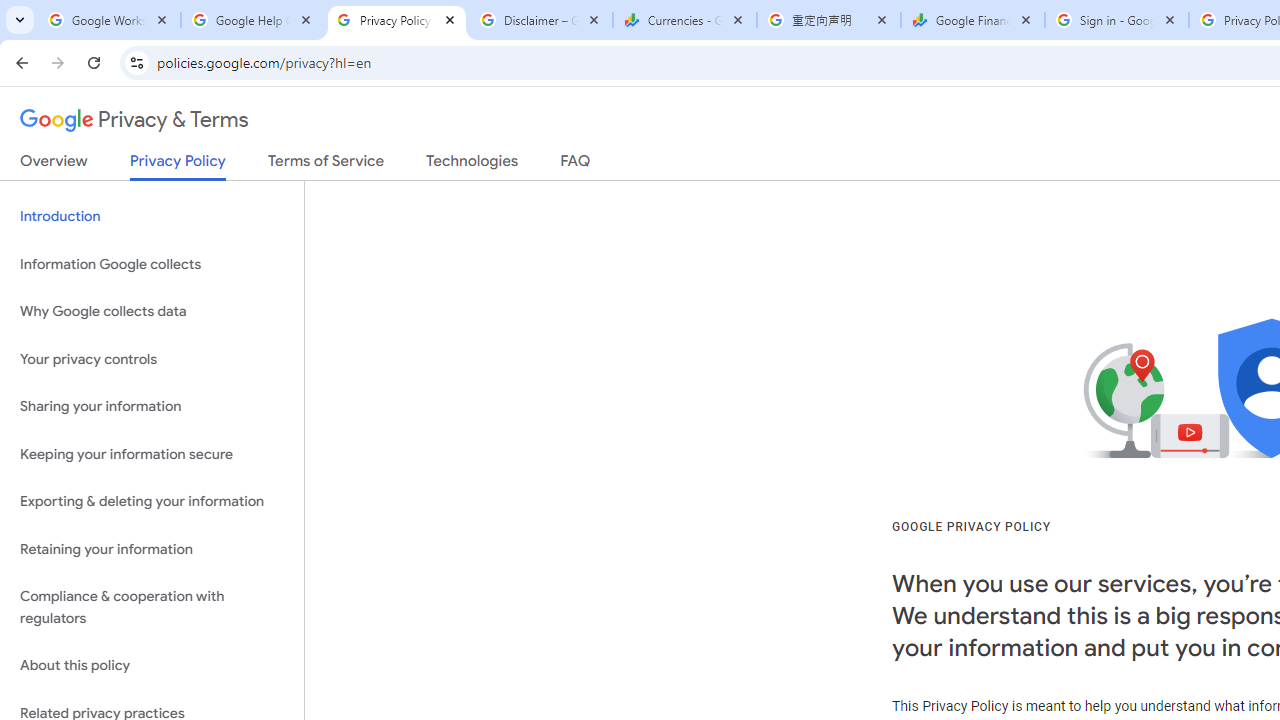  What do you see at coordinates (107, 20) in the screenshot?
I see `'Google Workspace Admin Community'` at bounding box center [107, 20].